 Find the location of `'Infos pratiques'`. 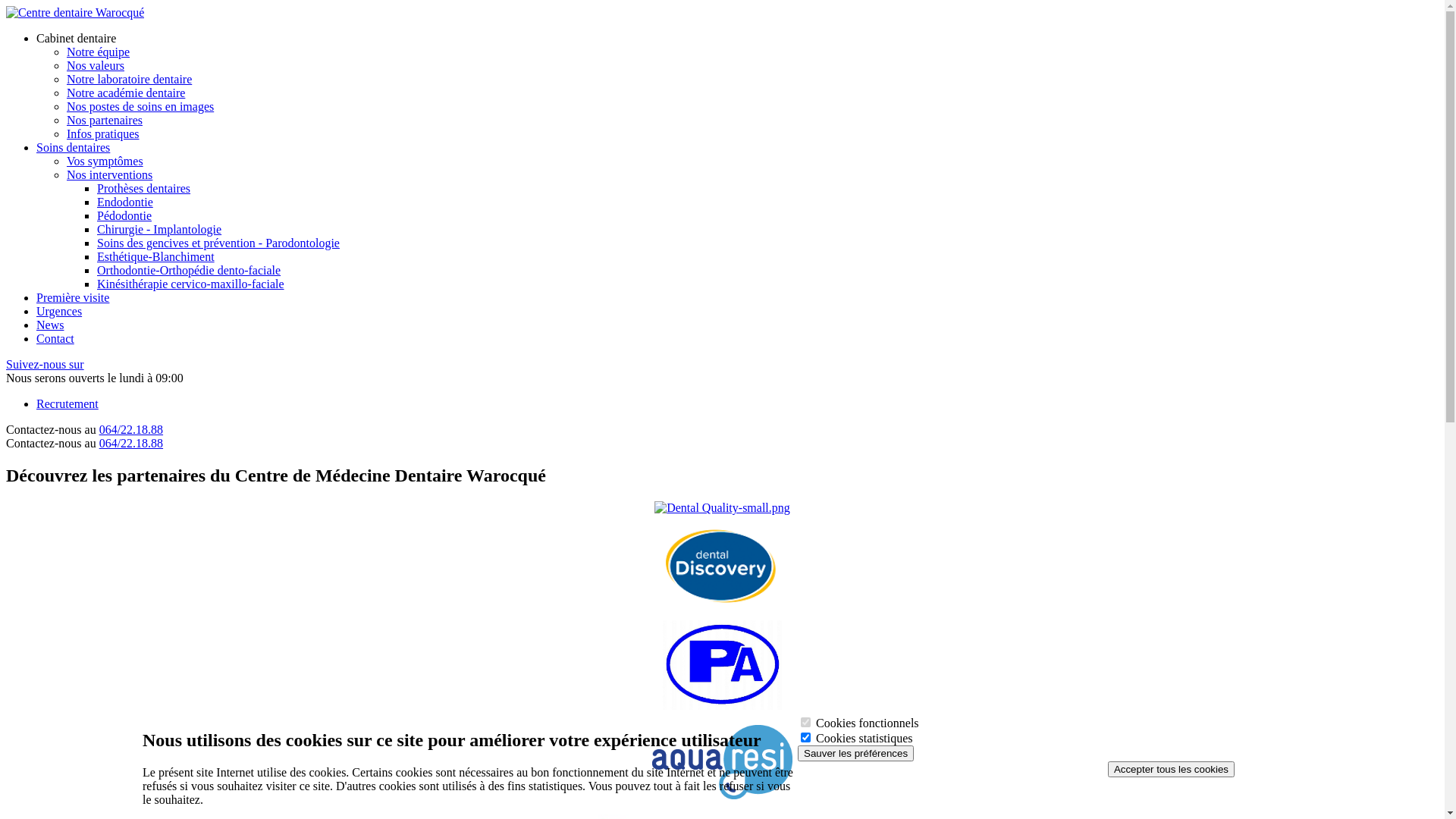

'Infos pratiques' is located at coordinates (102, 133).